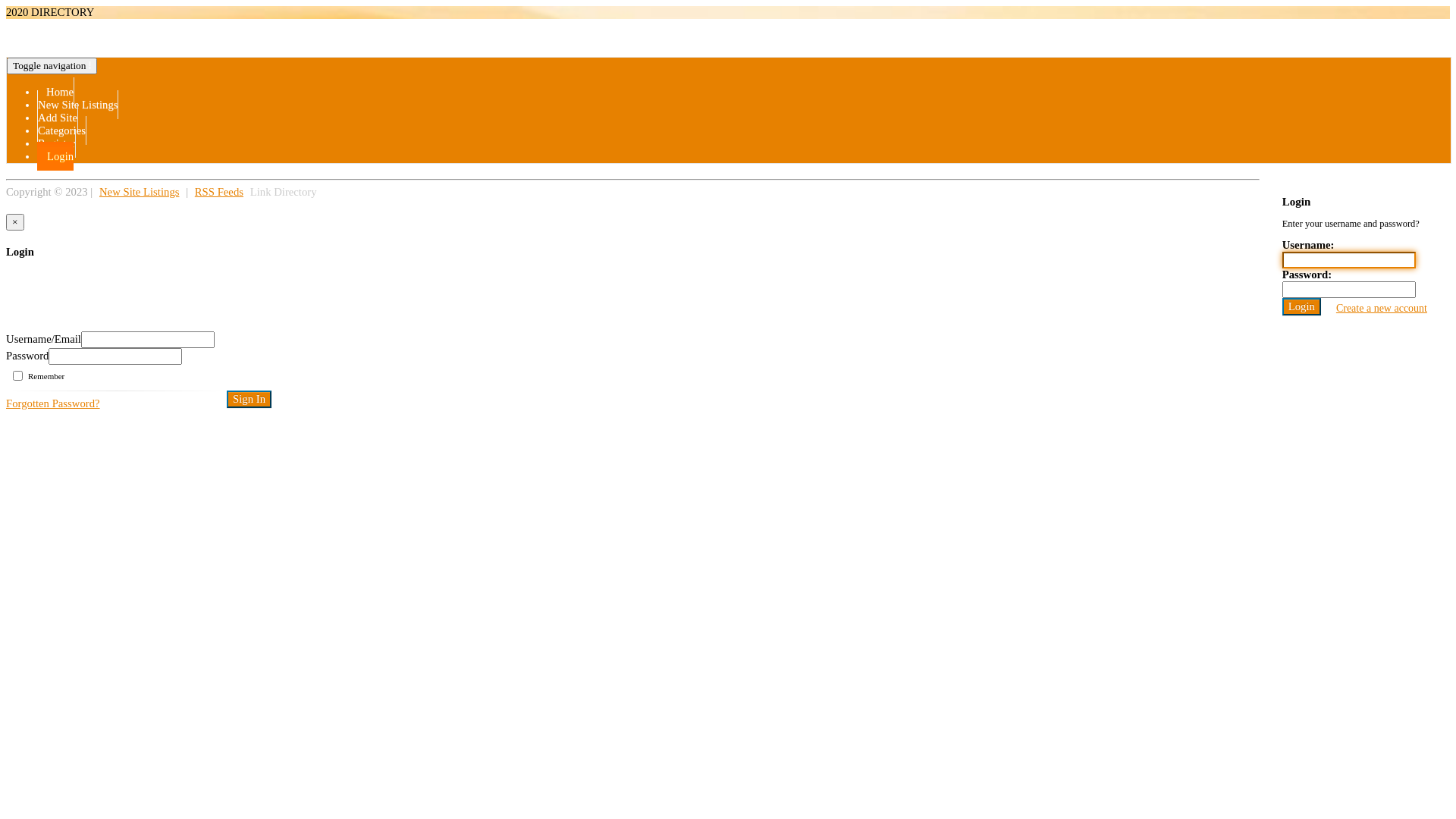 The image size is (1456, 819). What do you see at coordinates (56, 143) in the screenshot?
I see `'Register'` at bounding box center [56, 143].